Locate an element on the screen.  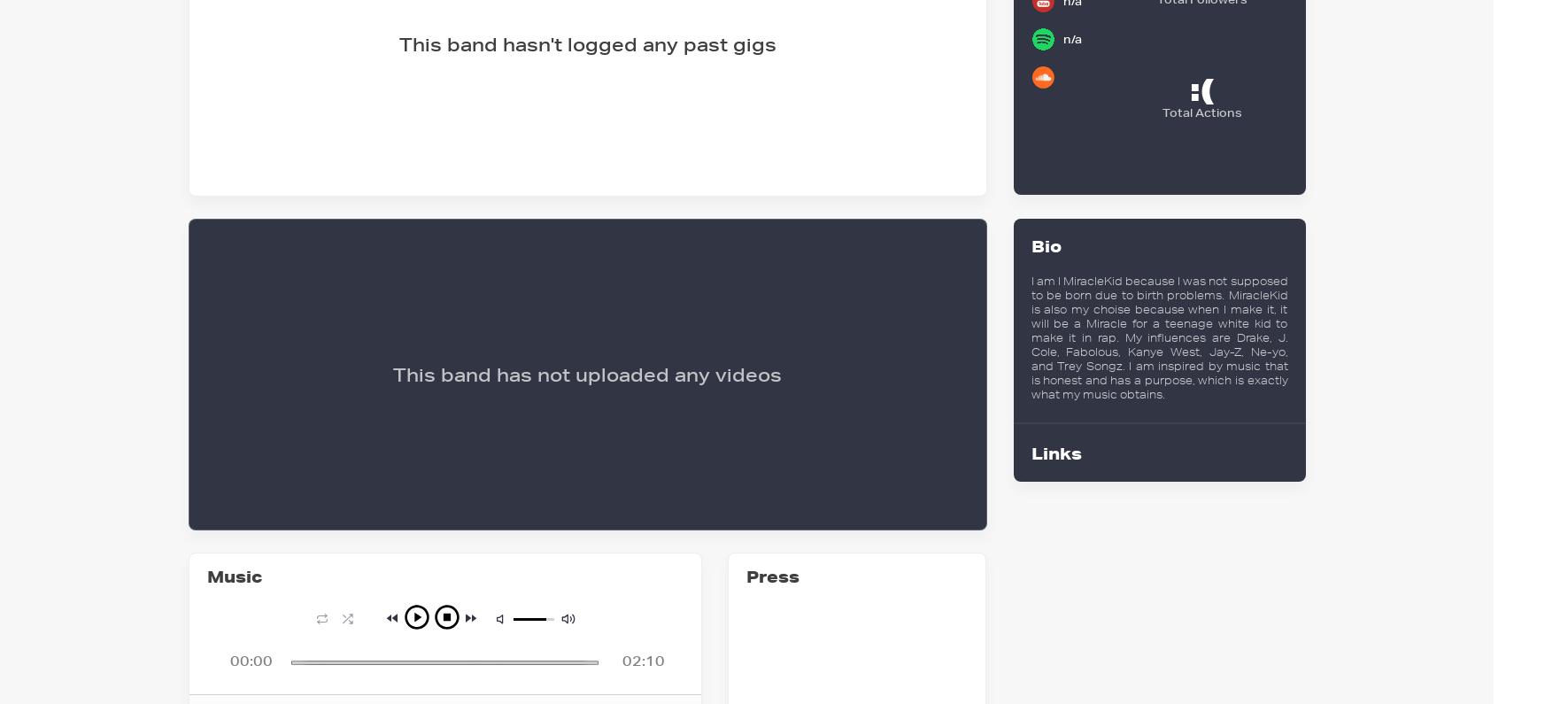
'Press' is located at coordinates (744, 576).